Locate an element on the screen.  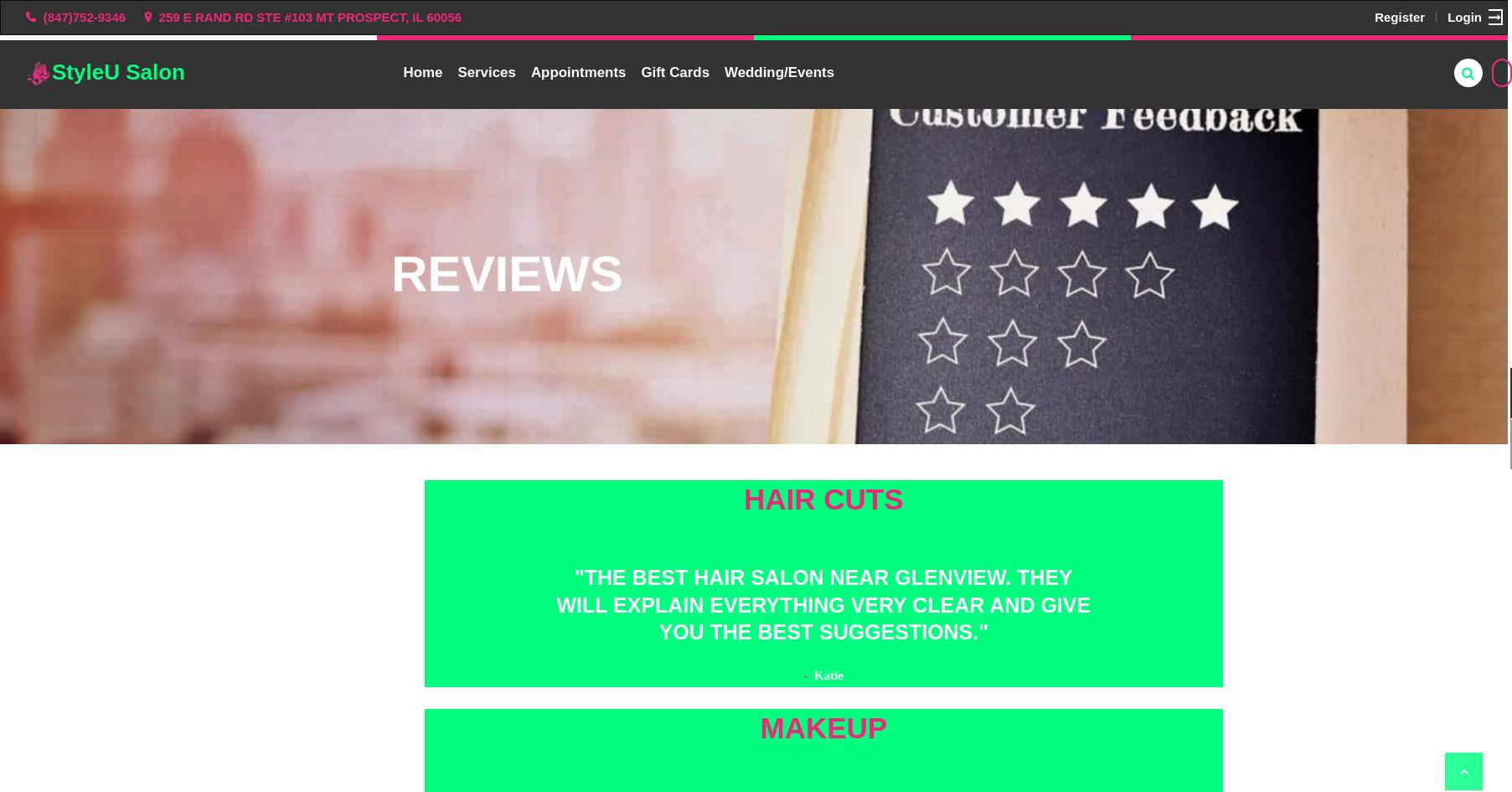
'Hair Cuts' is located at coordinates (823, 498).